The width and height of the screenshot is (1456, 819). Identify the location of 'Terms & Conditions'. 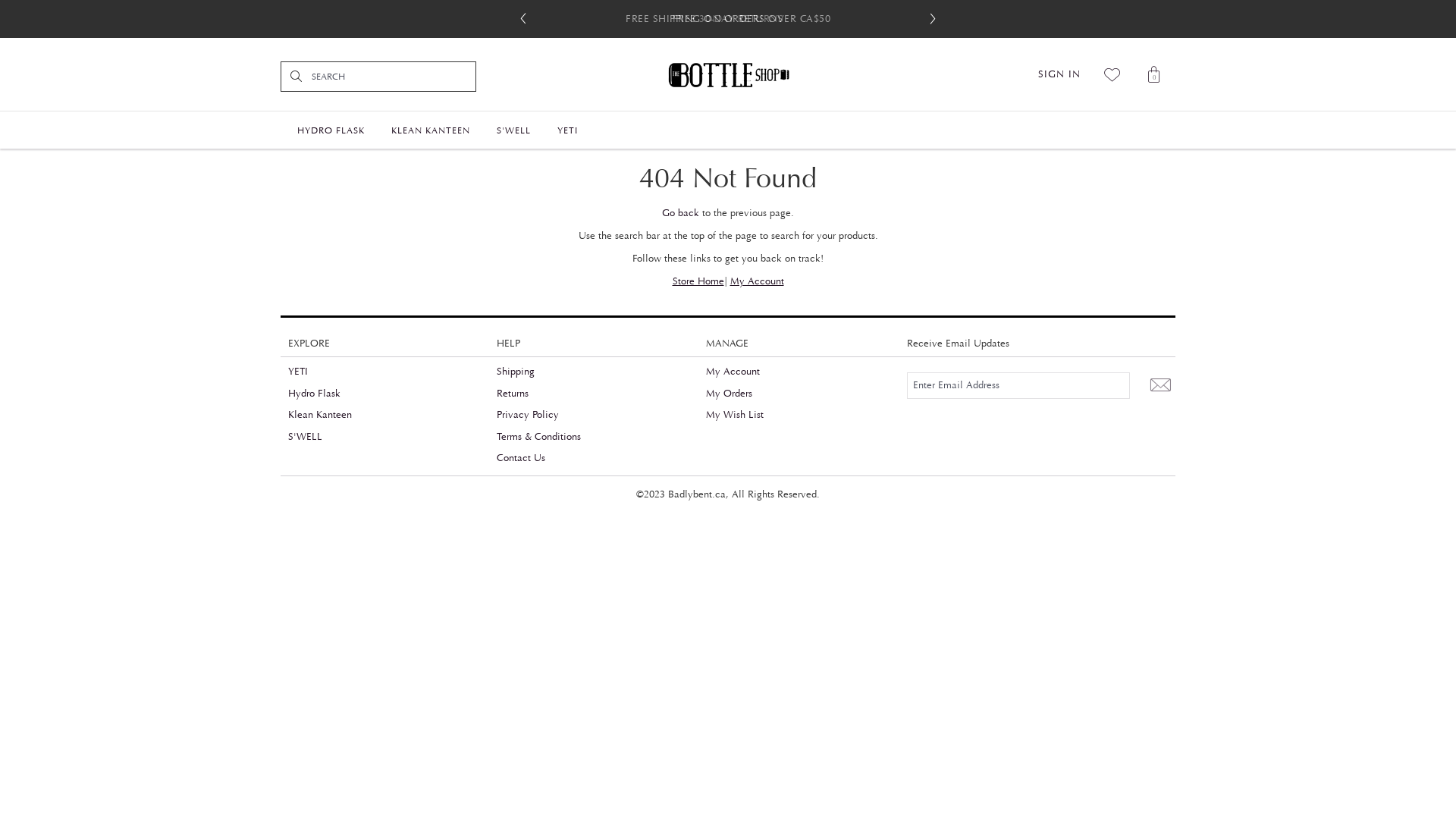
(538, 436).